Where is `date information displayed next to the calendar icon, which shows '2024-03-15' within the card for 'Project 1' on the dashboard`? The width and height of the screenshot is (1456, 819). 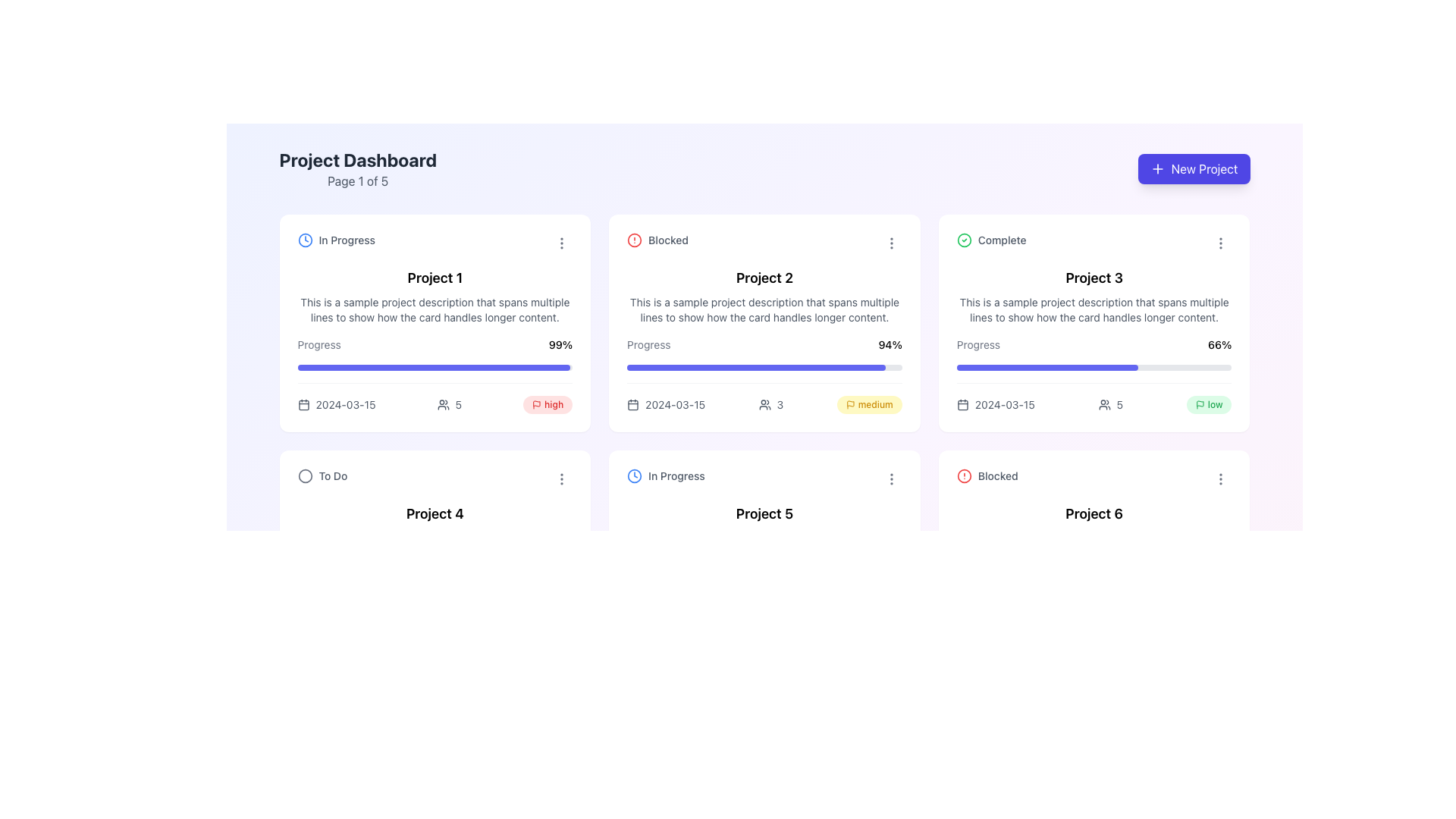
date information displayed next to the calendar icon, which shows '2024-03-15' within the card for 'Project 1' on the dashboard is located at coordinates (335, 403).